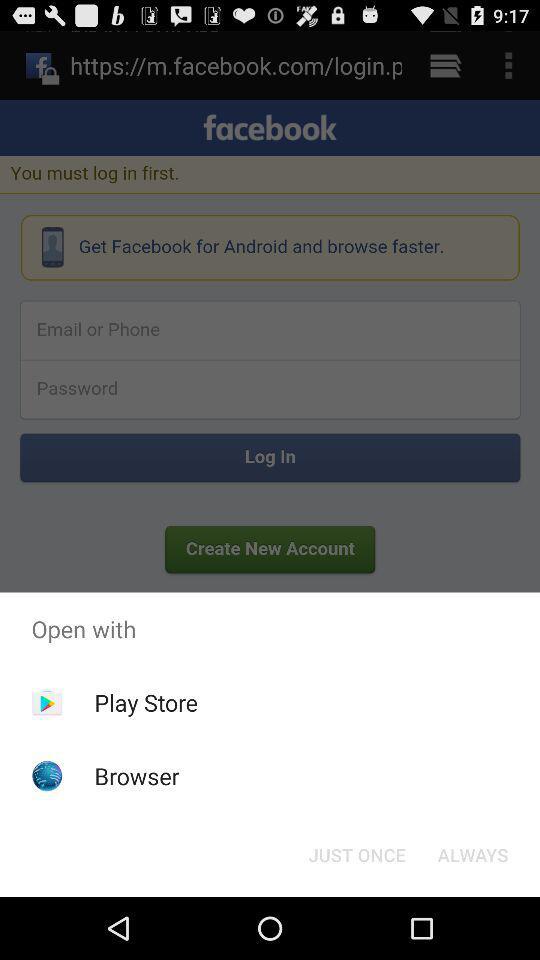 The height and width of the screenshot is (960, 540). I want to click on the browser, so click(136, 775).